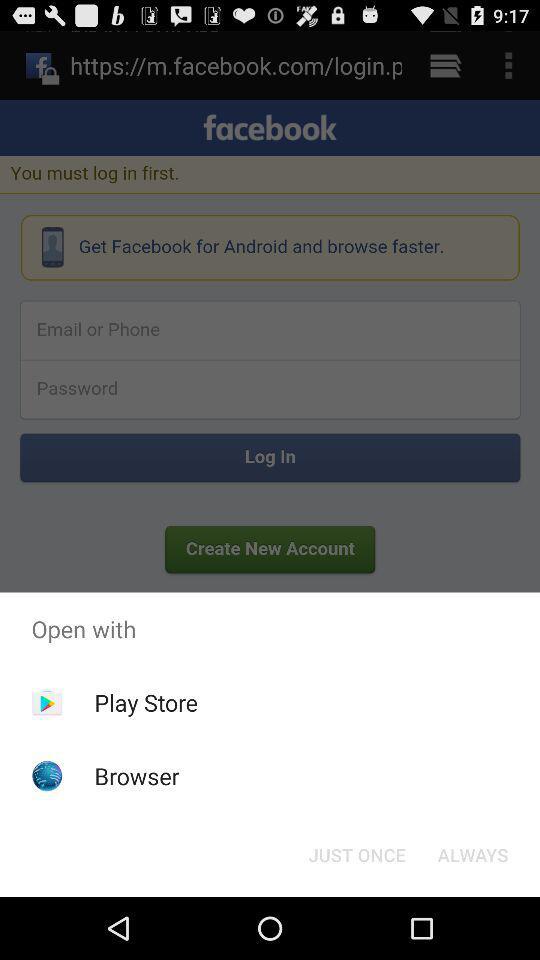 The height and width of the screenshot is (960, 540). I want to click on the browser, so click(136, 775).